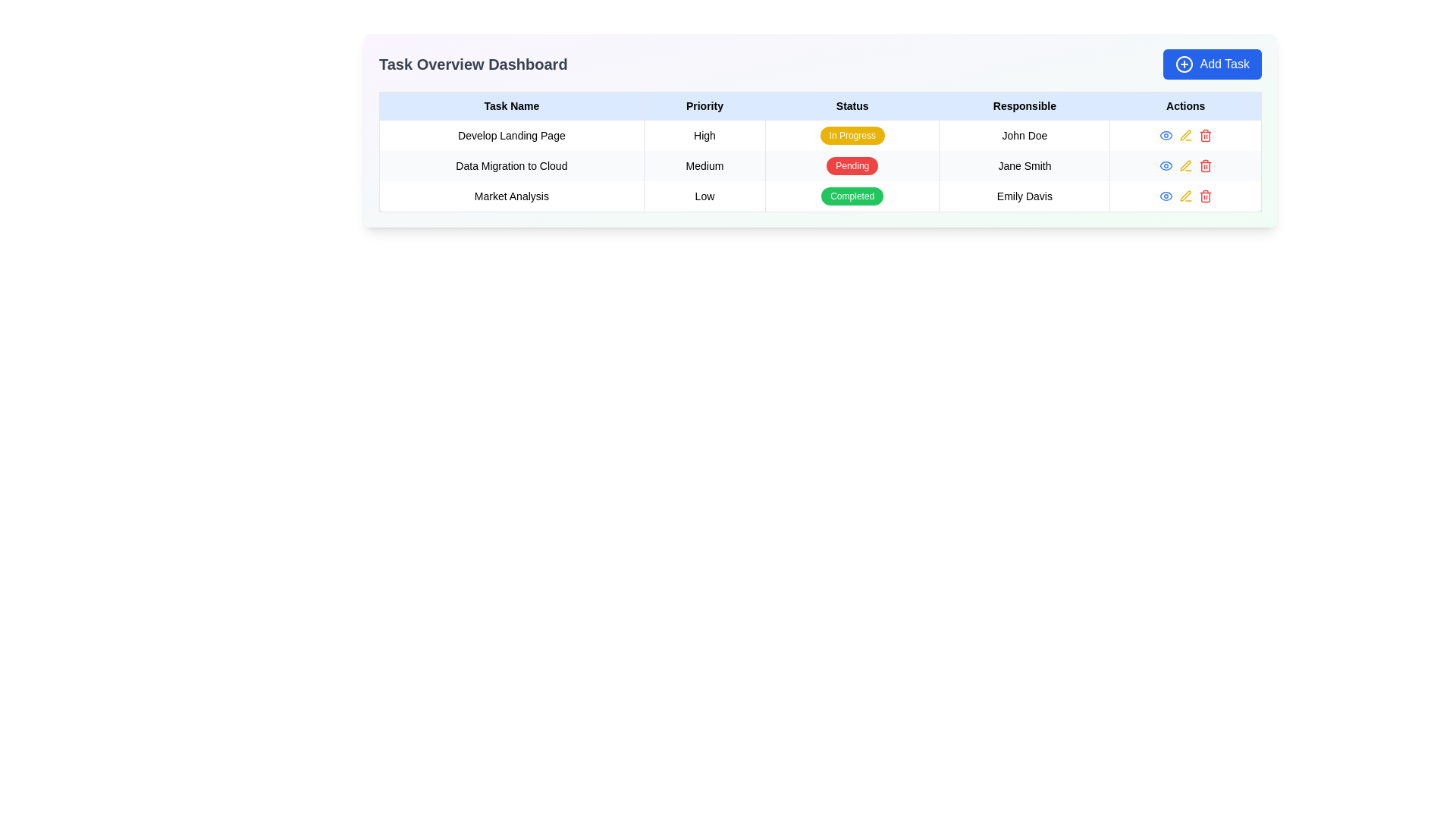 This screenshot has height=819, width=1456. I want to click on the 'Market Analysis' text label in the first cell of the third row of the table, so click(511, 196).